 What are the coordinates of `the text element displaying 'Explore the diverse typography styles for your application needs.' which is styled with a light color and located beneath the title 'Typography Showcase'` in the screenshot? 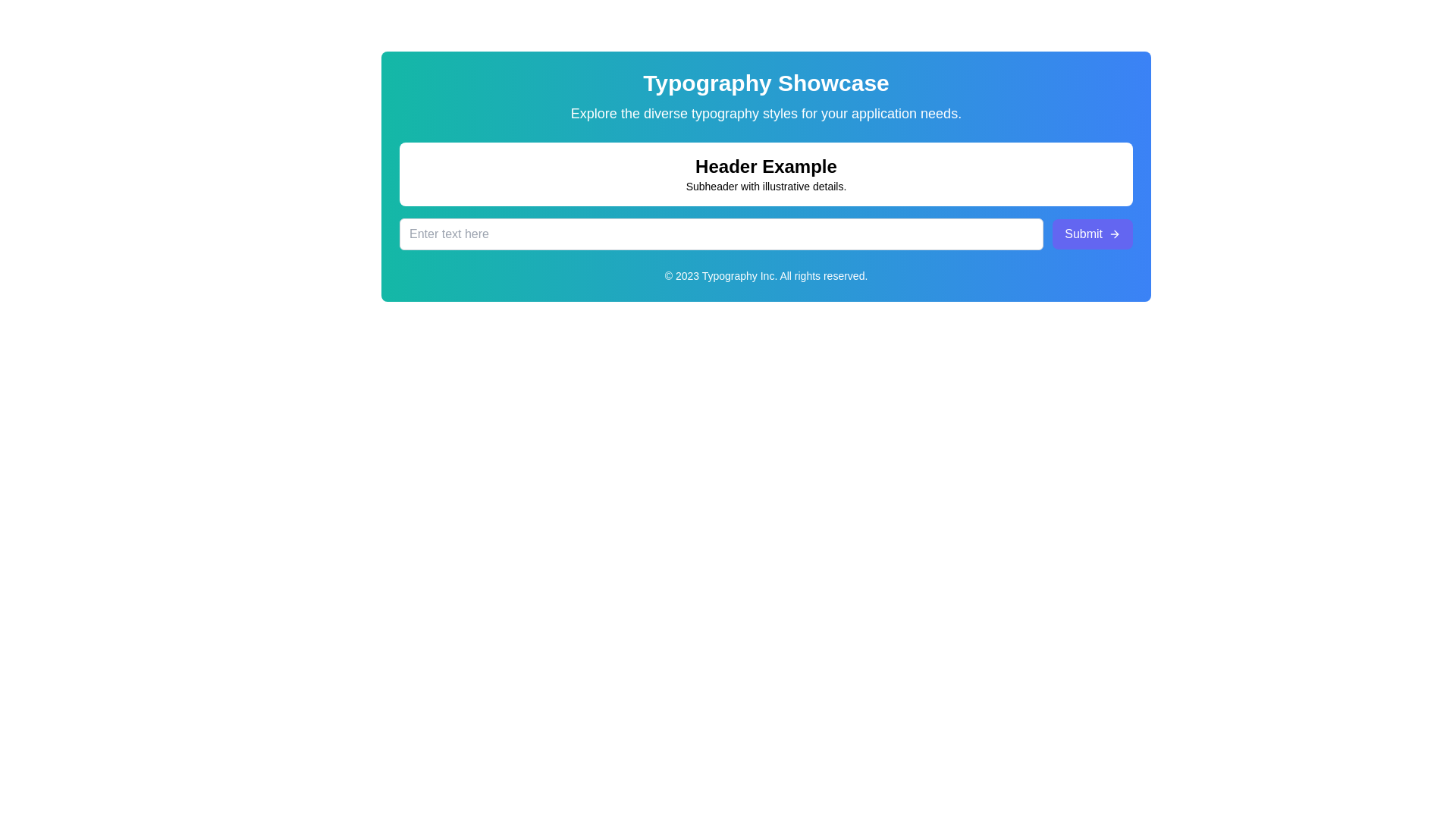 It's located at (766, 113).